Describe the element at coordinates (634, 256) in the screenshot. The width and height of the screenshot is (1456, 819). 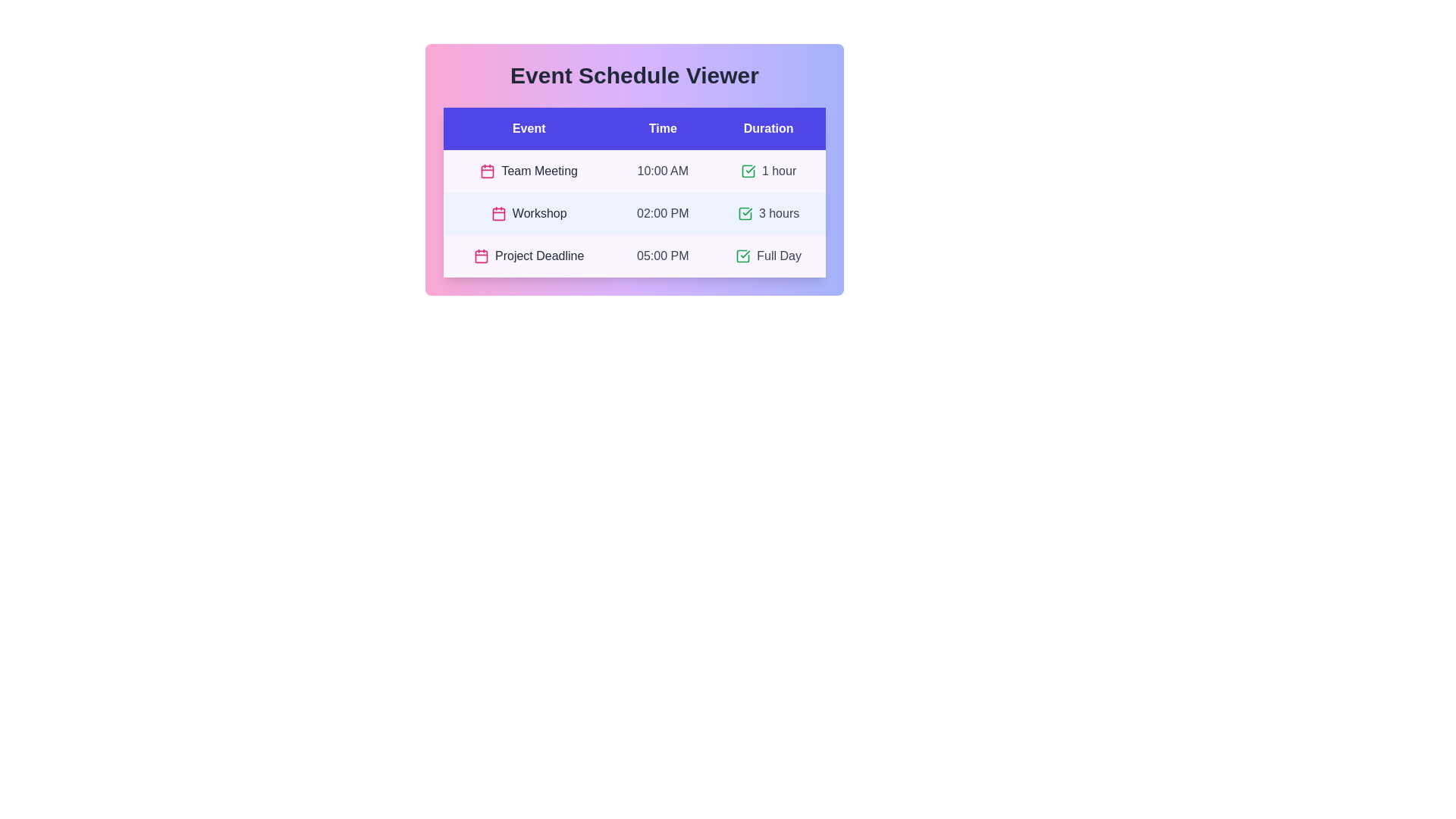
I see `the row corresponding to Project Deadline` at that location.